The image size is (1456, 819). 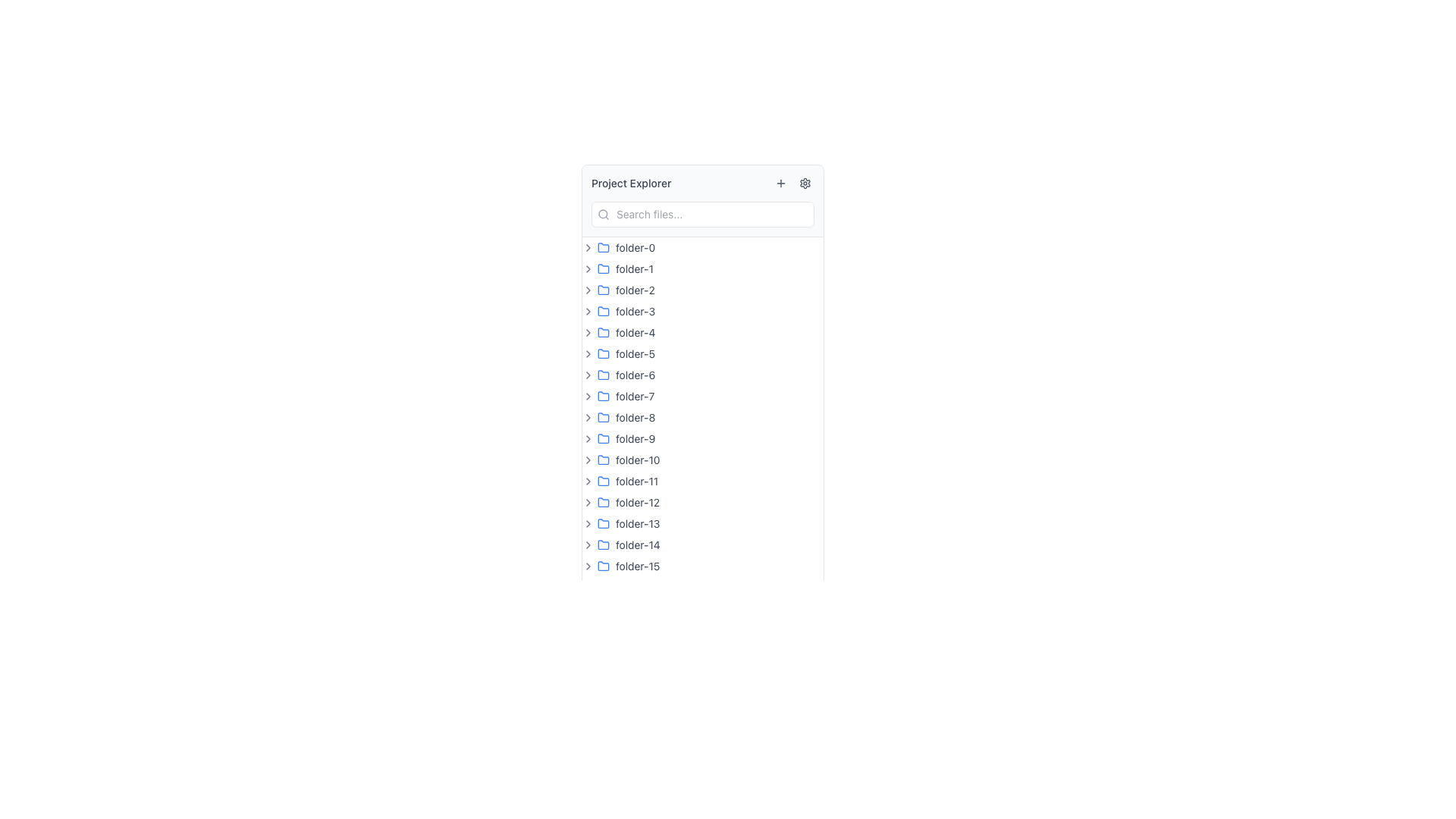 What do you see at coordinates (603, 268) in the screenshot?
I see `the blue folder icon located next to the text 'folder-1', which is the second element from the left within the project explorer` at bounding box center [603, 268].